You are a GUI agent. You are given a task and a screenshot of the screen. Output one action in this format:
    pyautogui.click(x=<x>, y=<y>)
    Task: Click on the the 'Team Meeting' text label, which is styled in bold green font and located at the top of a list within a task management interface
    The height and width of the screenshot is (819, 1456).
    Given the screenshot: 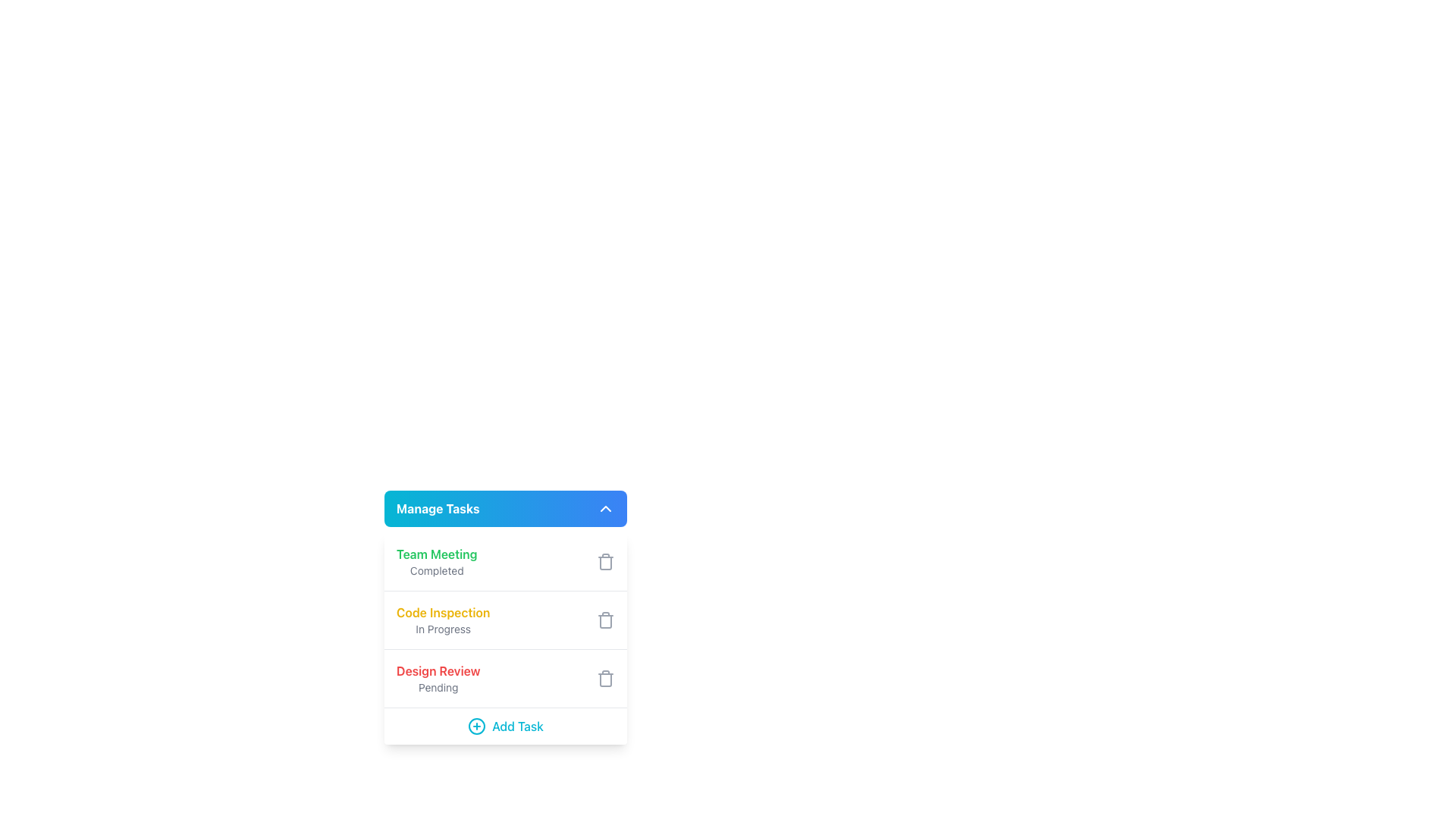 What is the action you would take?
    pyautogui.click(x=436, y=554)
    